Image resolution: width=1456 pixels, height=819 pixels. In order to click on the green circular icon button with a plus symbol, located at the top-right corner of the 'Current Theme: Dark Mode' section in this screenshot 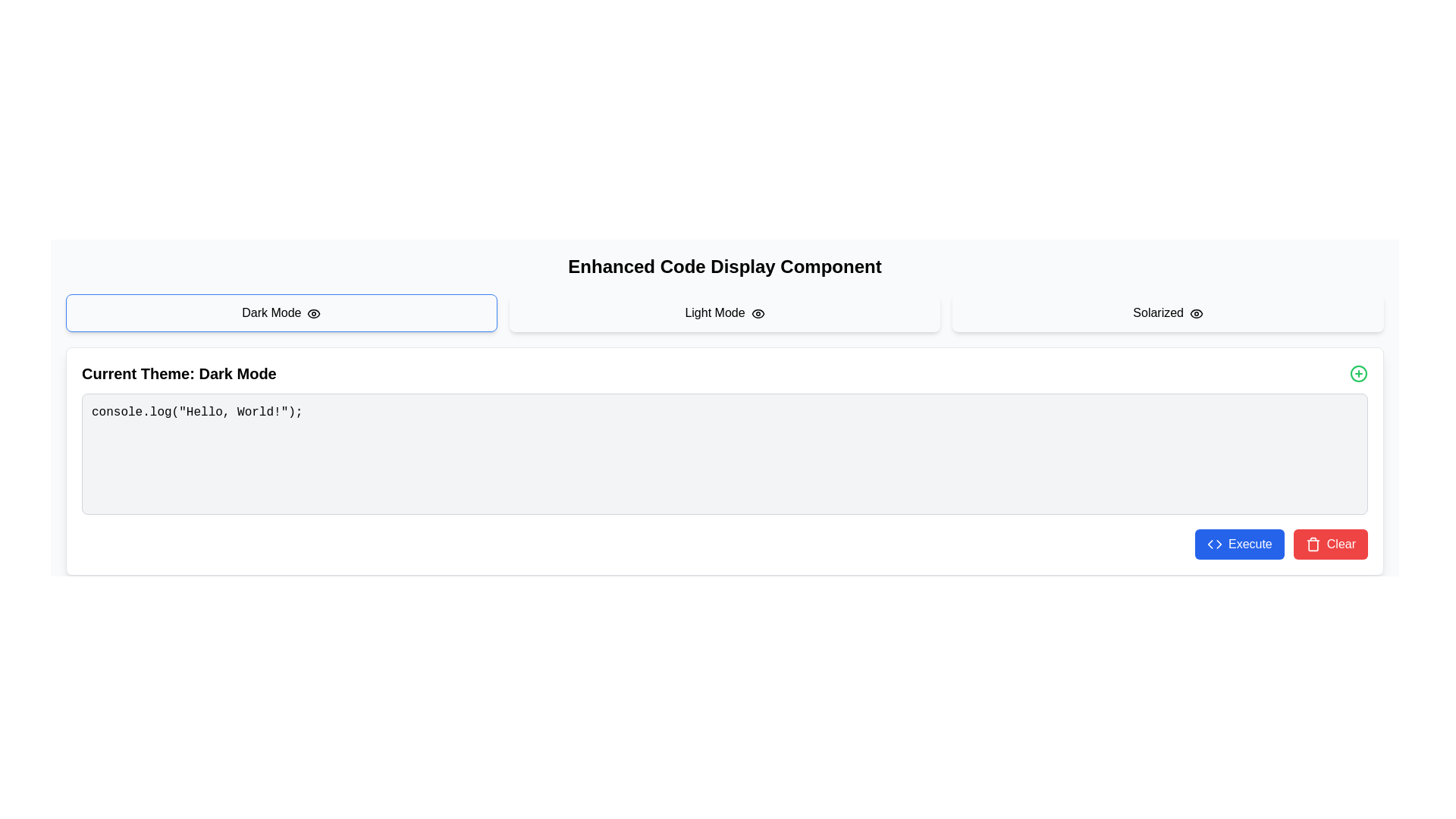, I will do `click(1358, 374)`.